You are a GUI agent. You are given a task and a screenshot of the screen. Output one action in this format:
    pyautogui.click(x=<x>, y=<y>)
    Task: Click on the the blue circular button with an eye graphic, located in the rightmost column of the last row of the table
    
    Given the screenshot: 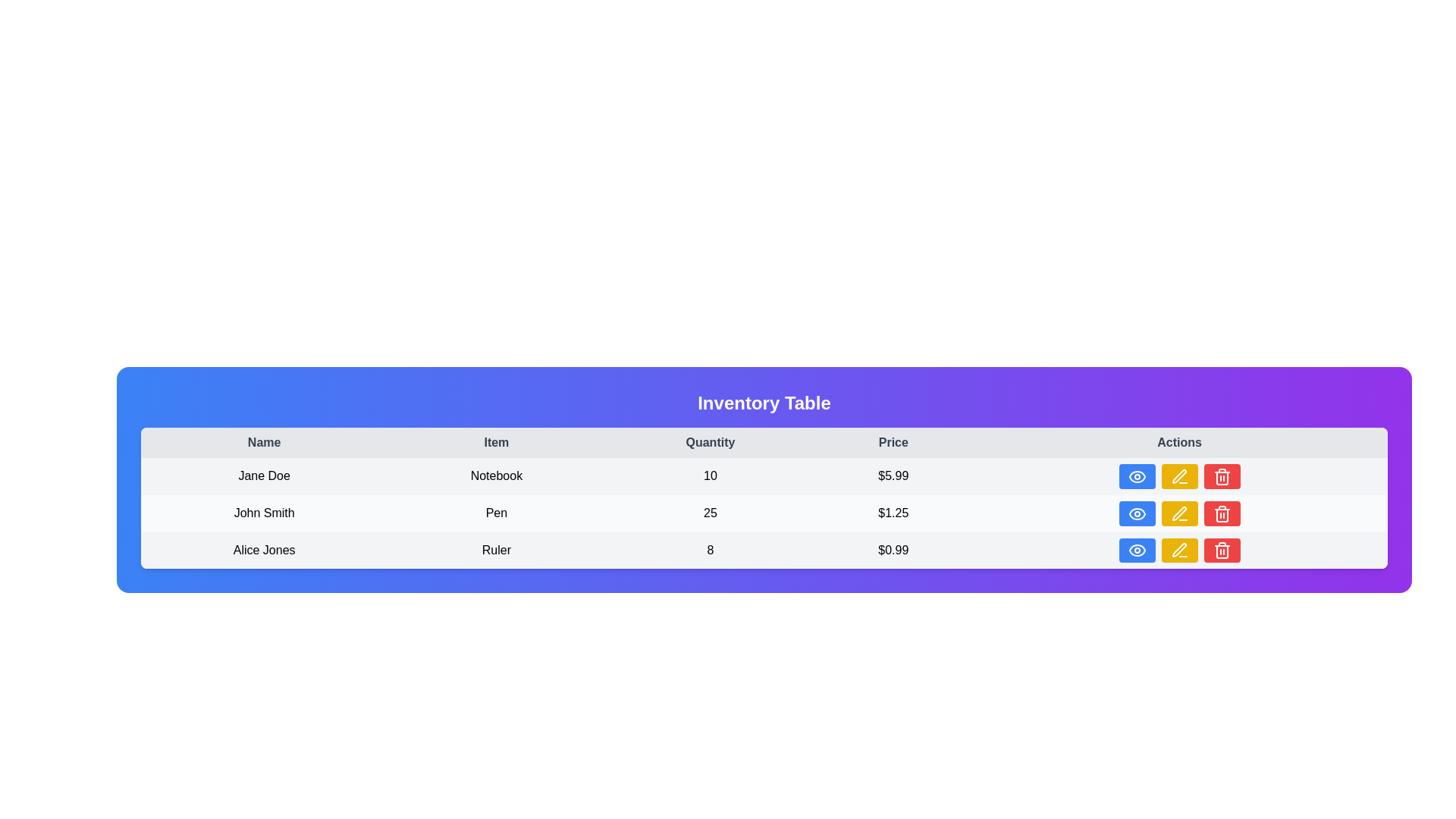 What is the action you would take?
    pyautogui.click(x=1137, y=551)
    